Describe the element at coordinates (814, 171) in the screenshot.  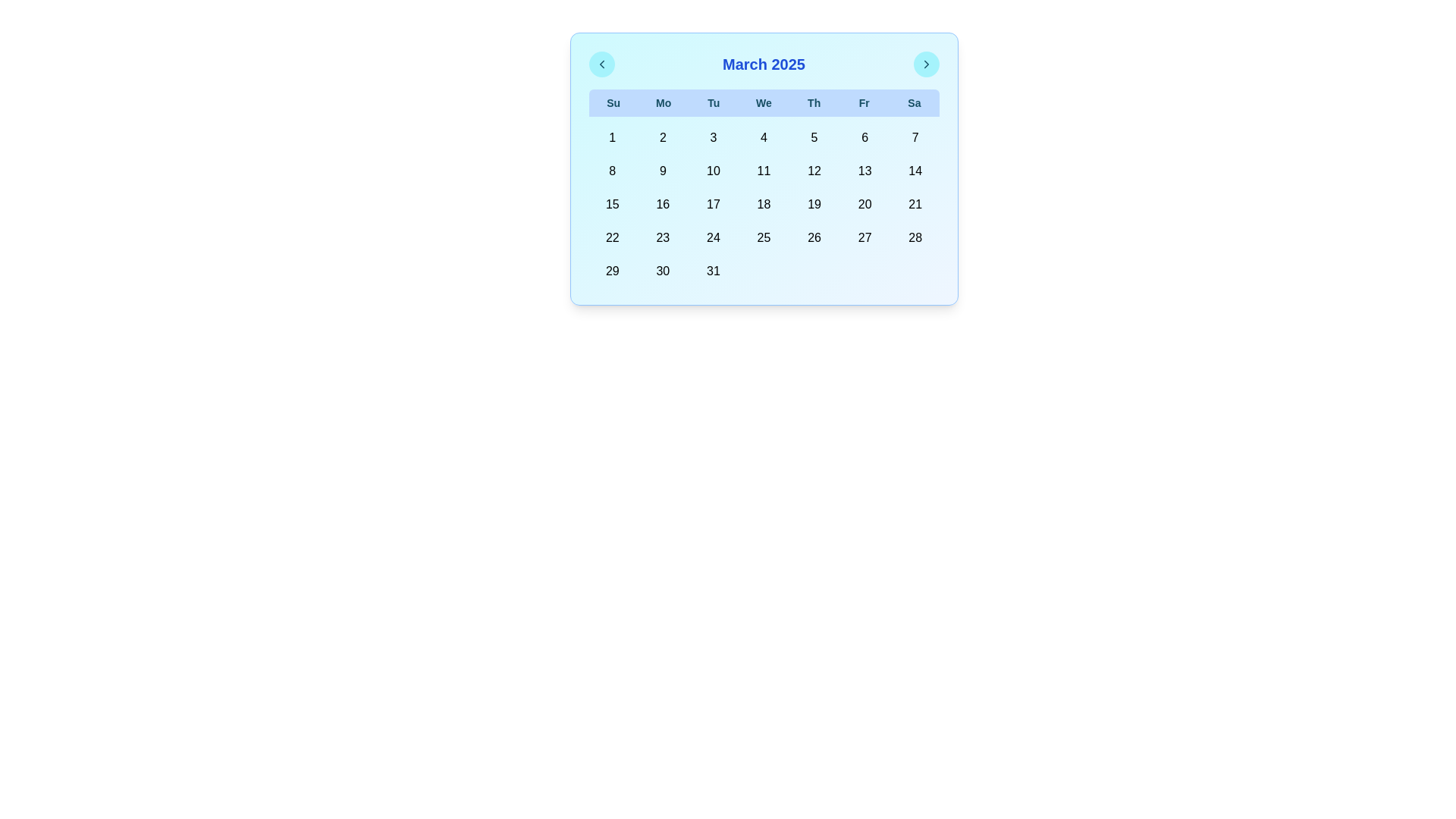
I see `the selectable date button representing the 12th day in the calendar component` at that location.